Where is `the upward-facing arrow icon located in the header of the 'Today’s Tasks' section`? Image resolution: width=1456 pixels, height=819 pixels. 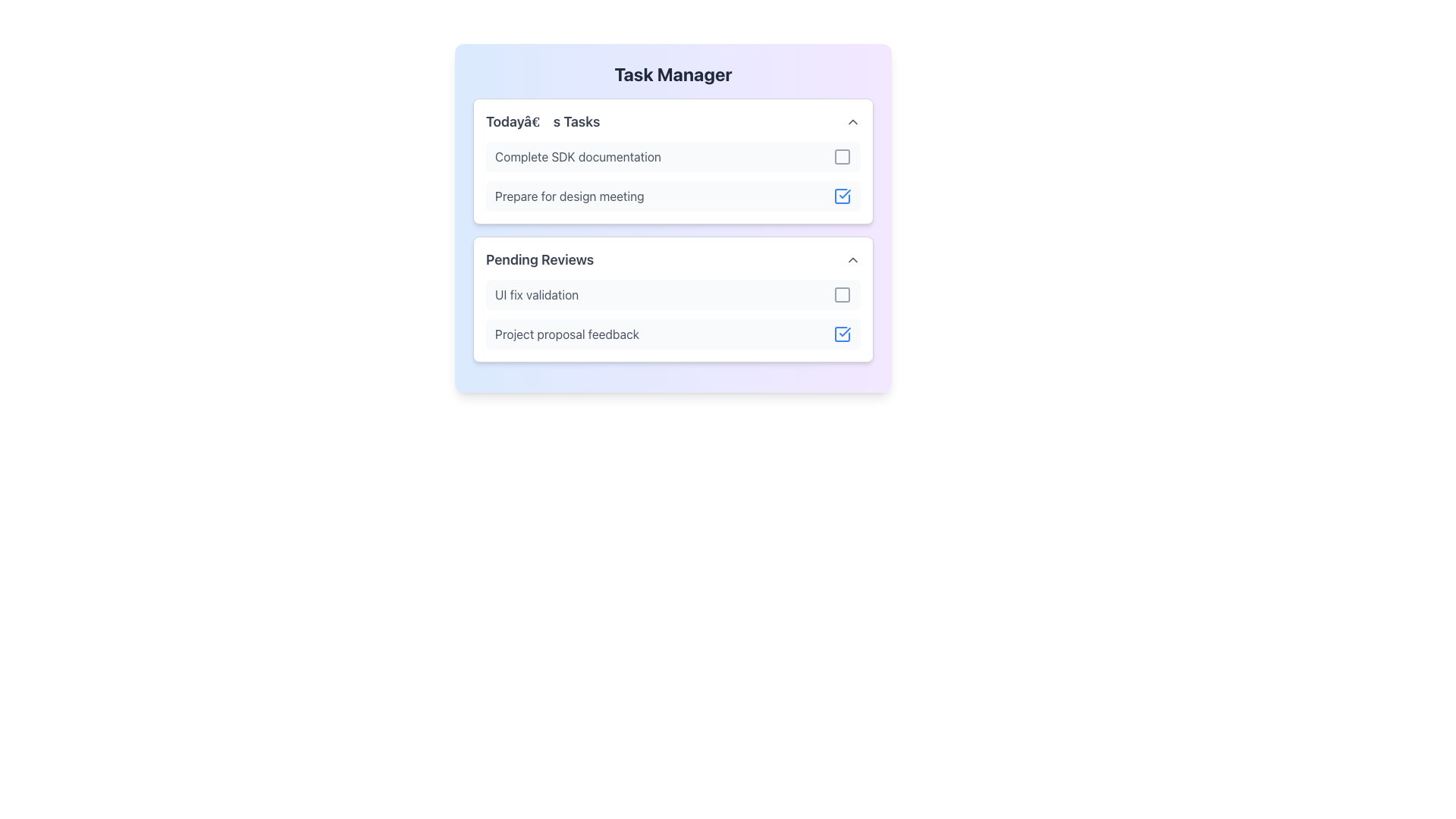 the upward-facing arrow icon located in the header of the 'Today’s Tasks' section is located at coordinates (852, 121).